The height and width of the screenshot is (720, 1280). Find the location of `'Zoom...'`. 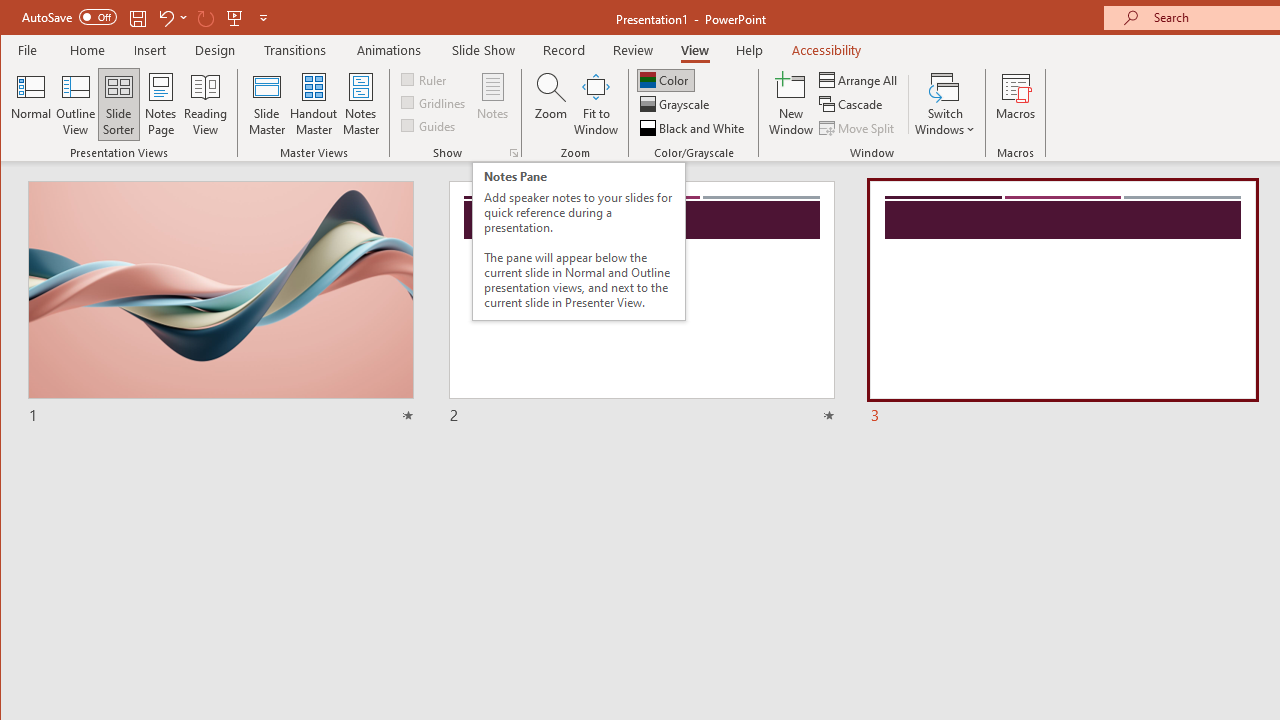

'Zoom...' is located at coordinates (551, 104).